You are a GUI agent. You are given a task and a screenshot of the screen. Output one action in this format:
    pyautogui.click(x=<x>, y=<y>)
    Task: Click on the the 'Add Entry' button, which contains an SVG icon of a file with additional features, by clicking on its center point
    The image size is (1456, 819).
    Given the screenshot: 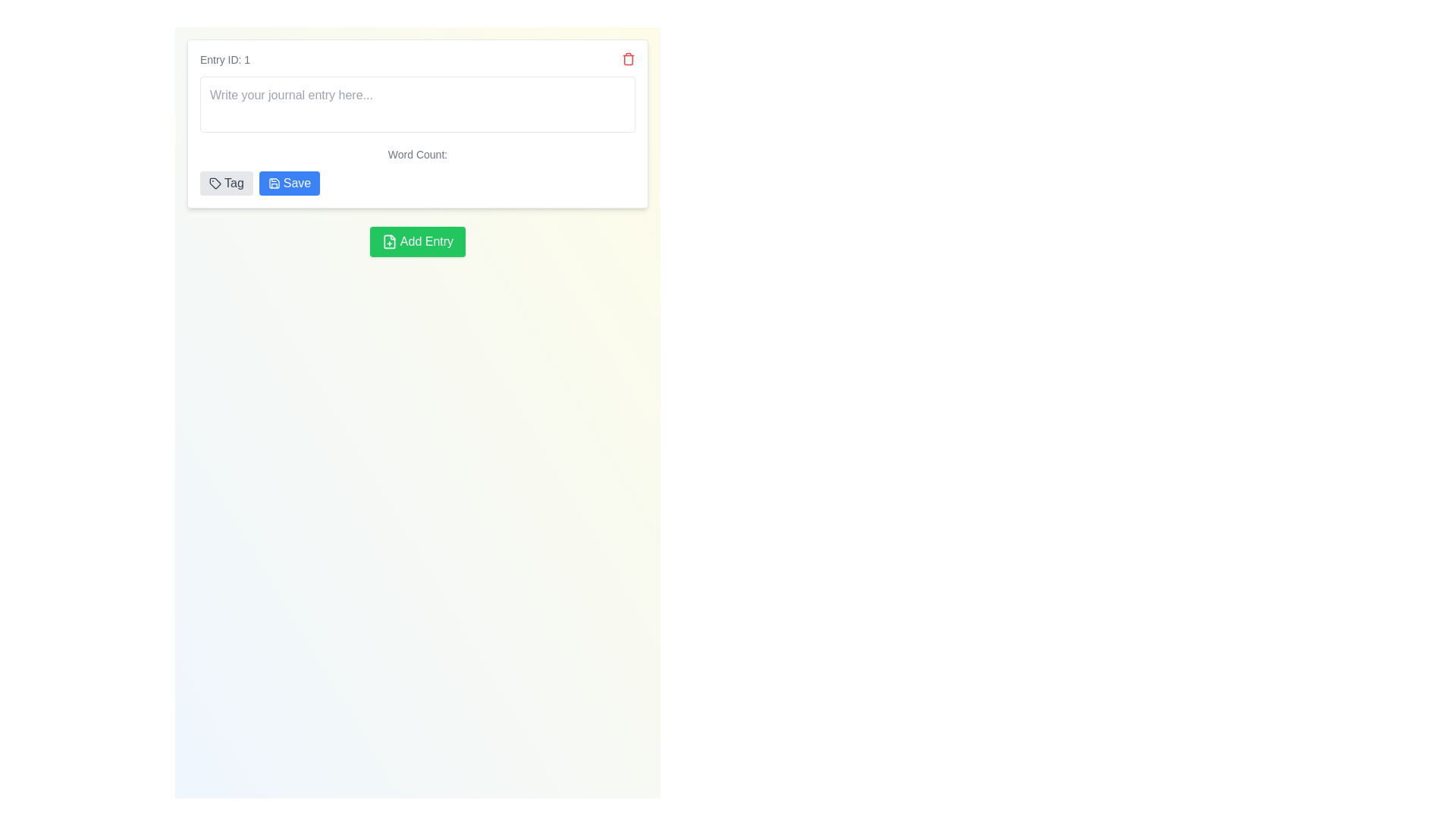 What is the action you would take?
    pyautogui.click(x=389, y=241)
    